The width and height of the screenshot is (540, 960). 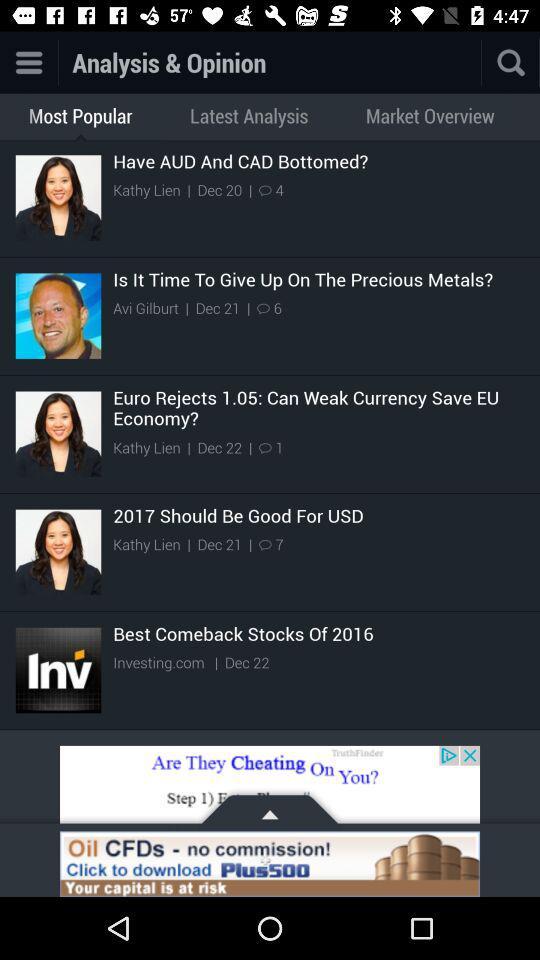 What do you see at coordinates (27, 62) in the screenshot?
I see `menu option` at bounding box center [27, 62].